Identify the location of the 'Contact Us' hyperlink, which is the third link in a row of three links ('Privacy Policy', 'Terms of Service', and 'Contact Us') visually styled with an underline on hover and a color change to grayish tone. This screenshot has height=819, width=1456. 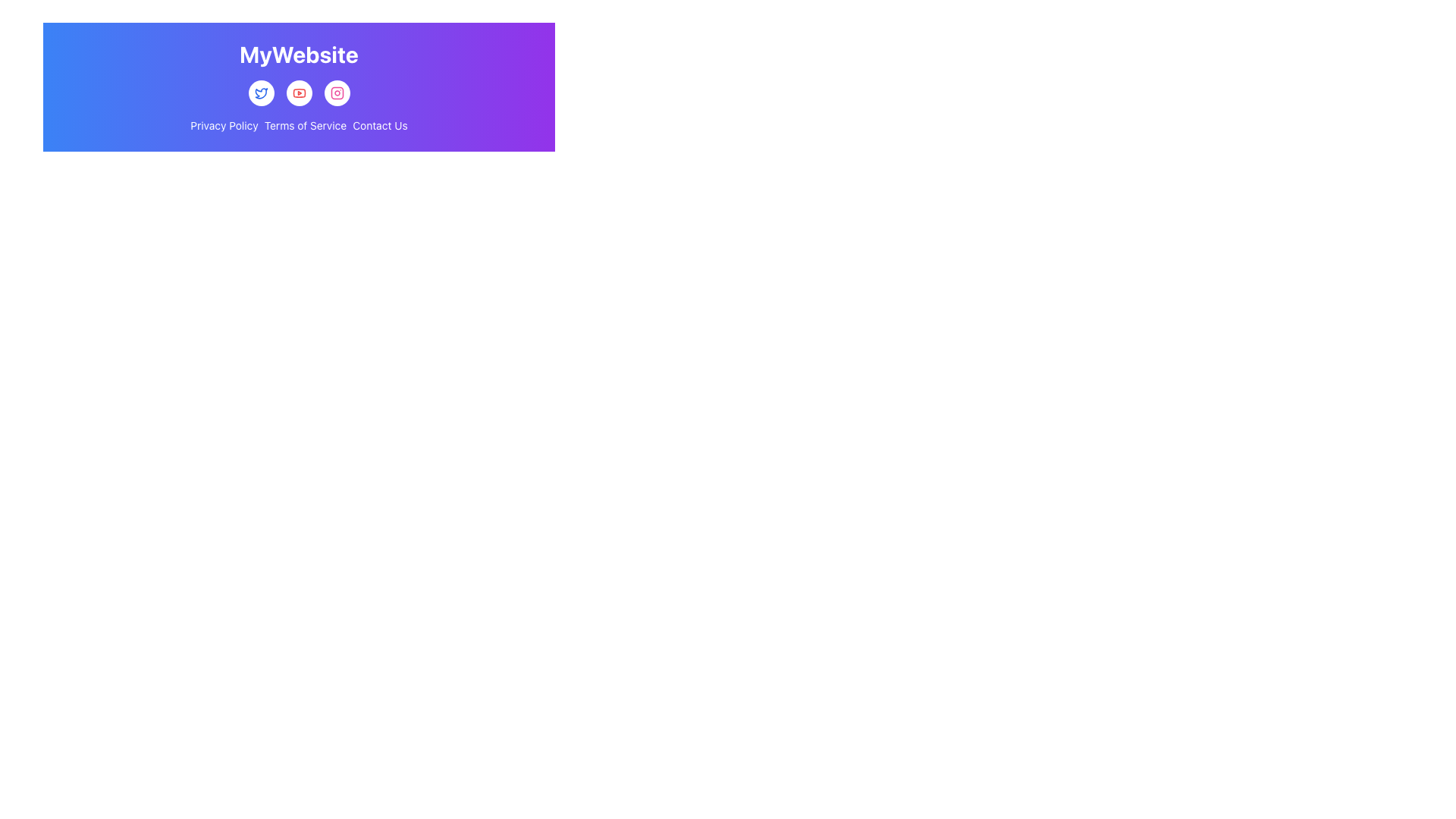
(380, 124).